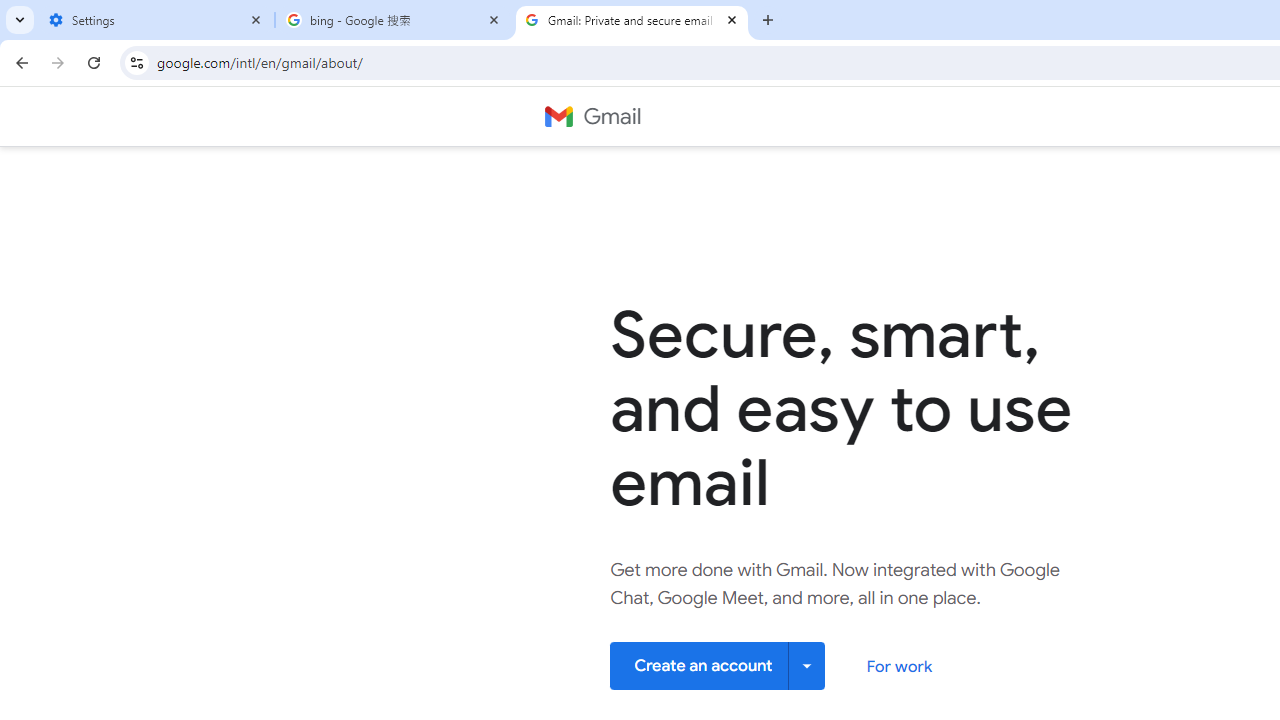 This screenshot has height=720, width=1280. What do you see at coordinates (155, 20) in the screenshot?
I see `'Settings'` at bounding box center [155, 20].